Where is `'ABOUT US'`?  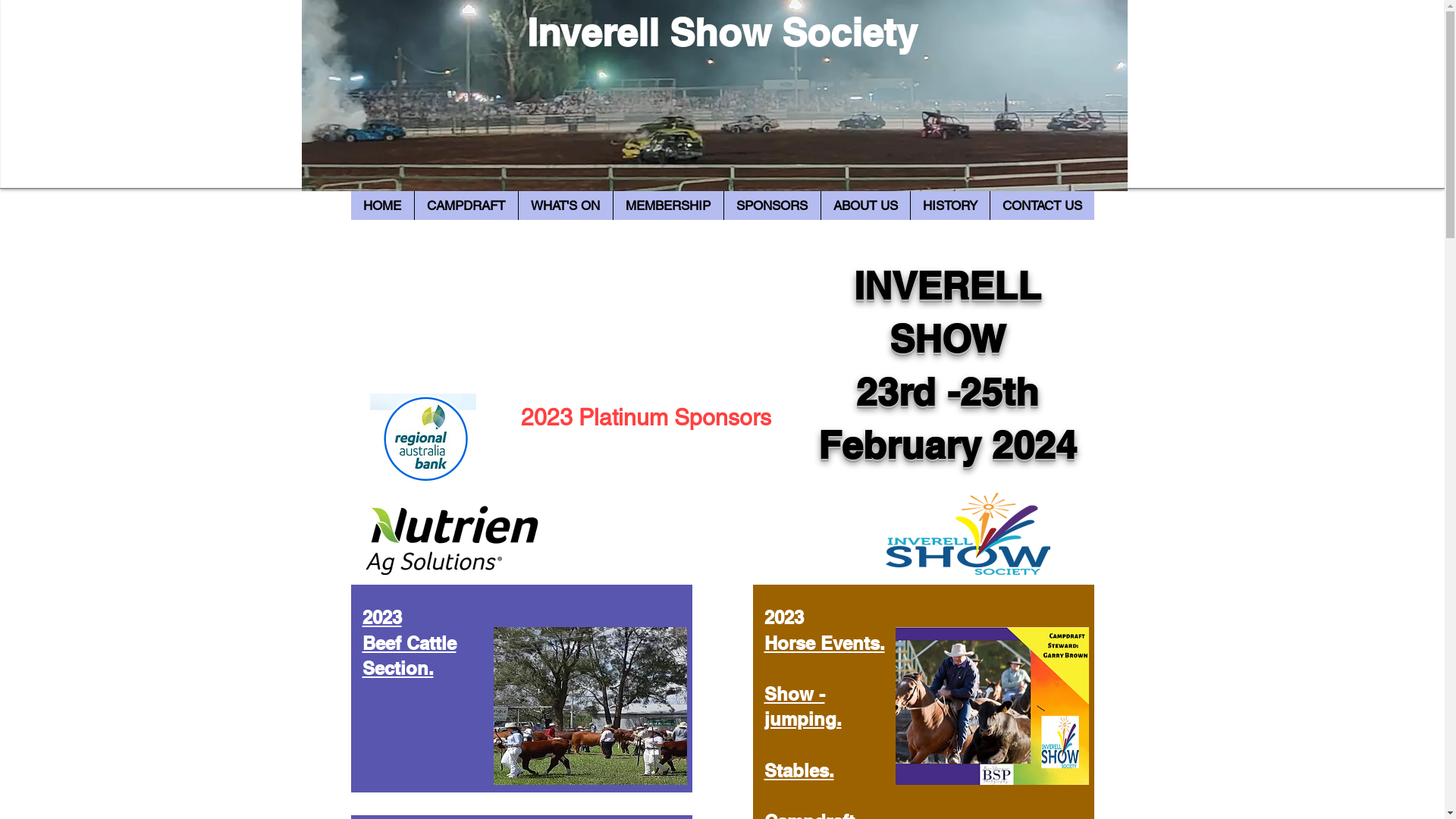 'ABOUT US' is located at coordinates (865, 205).